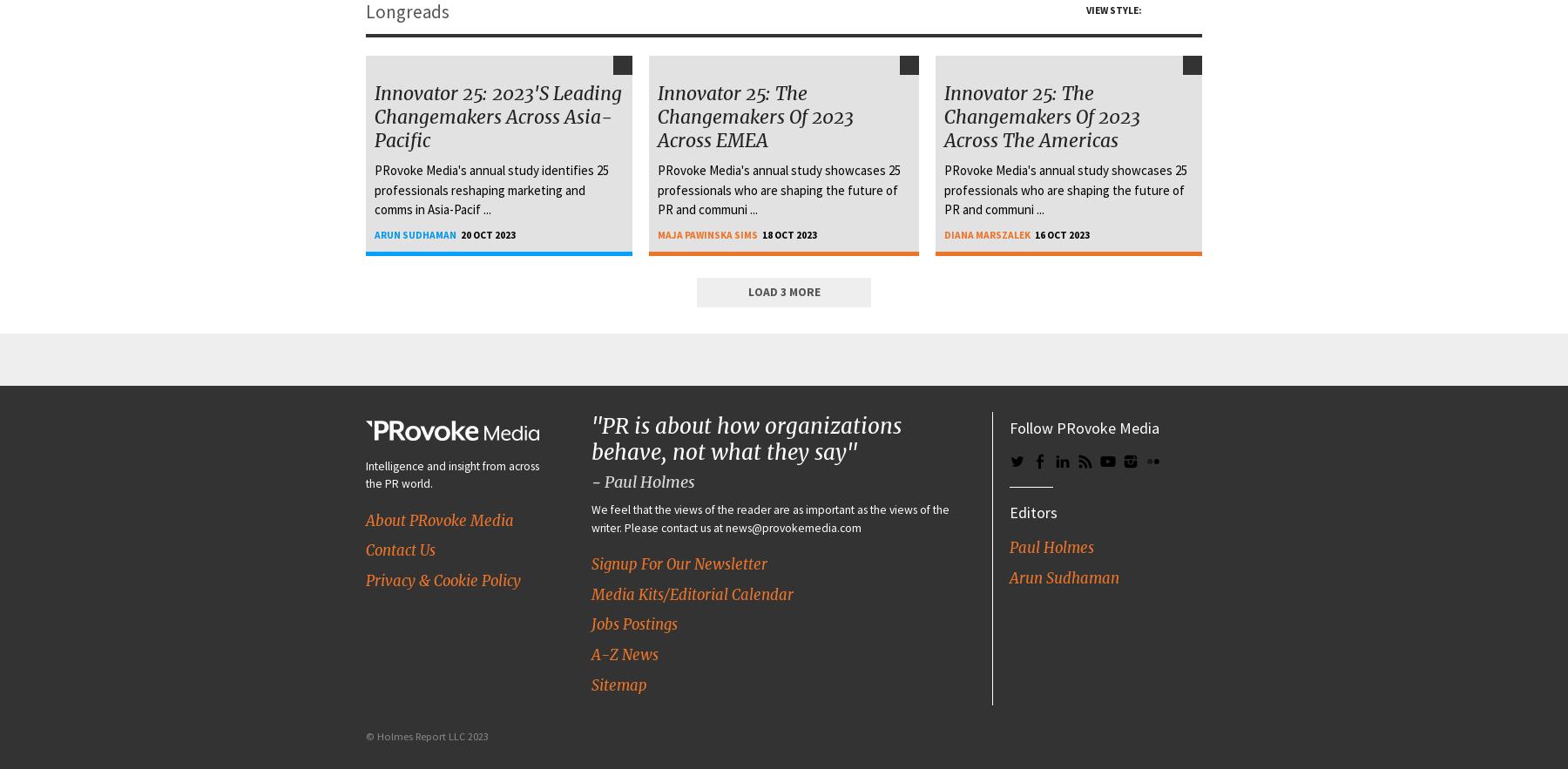  Describe the element at coordinates (1113, 10) in the screenshot. I see `'View Style:'` at that location.